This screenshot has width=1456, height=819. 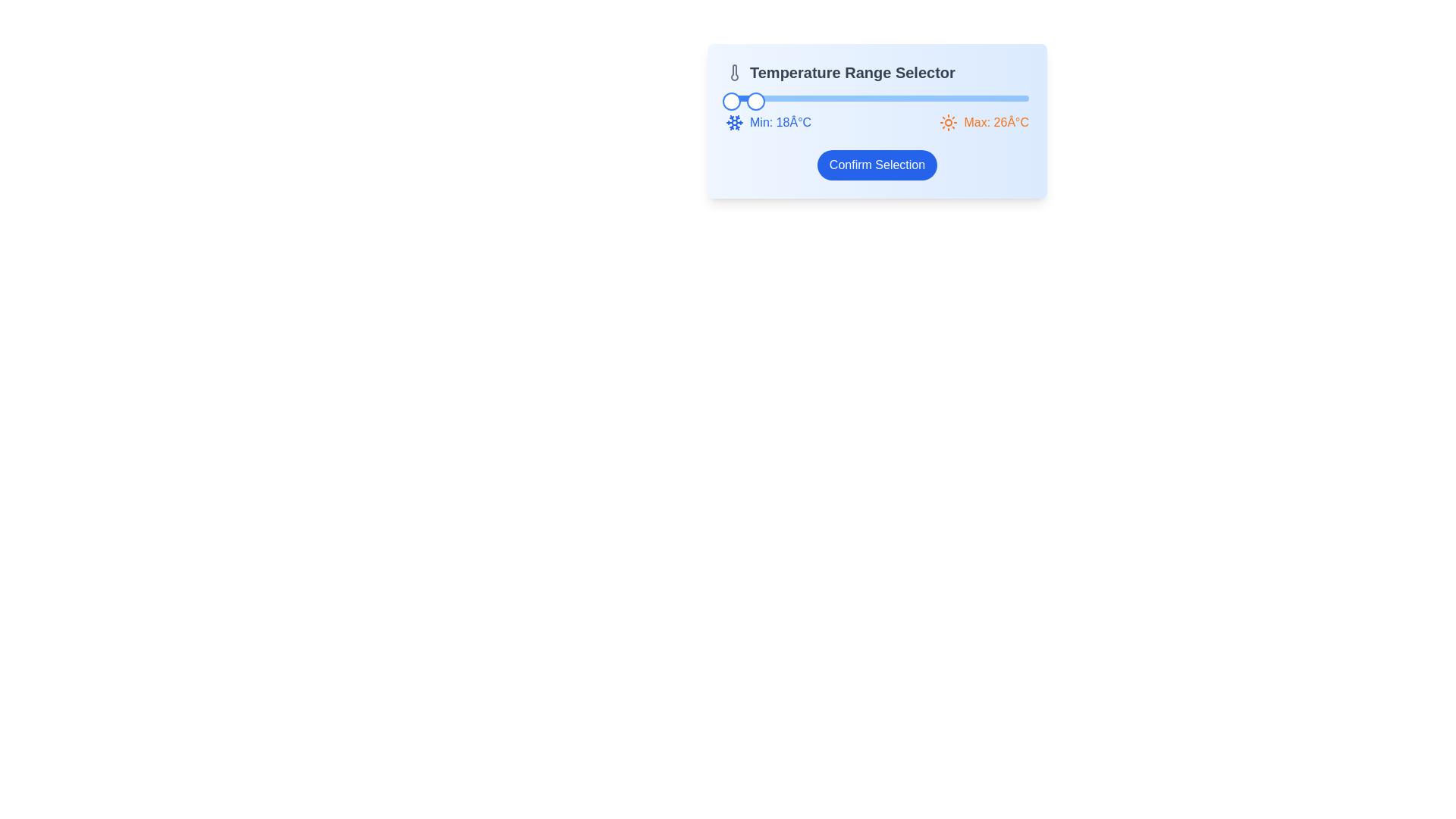 What do you see at coordinates (768, 122) in the screenshot?
I see `the Label displaying 'Min: 18°C' with a blue snowflake icon, located next to the blue progress bar and aligned with 'Max: 26°C'` at bounding box center [768, 122].